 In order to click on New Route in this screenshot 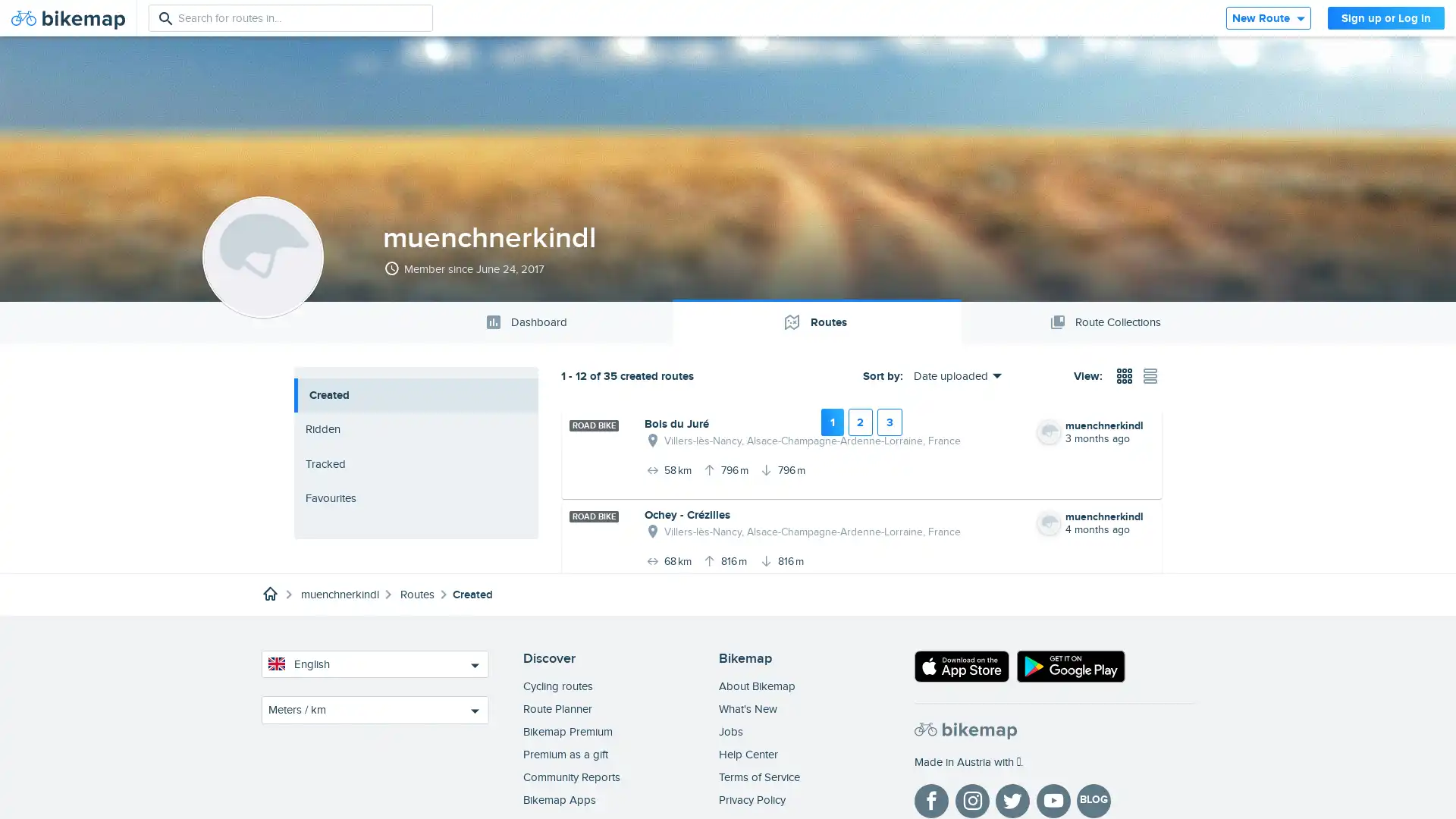, I will do `click(1267, 17)`.